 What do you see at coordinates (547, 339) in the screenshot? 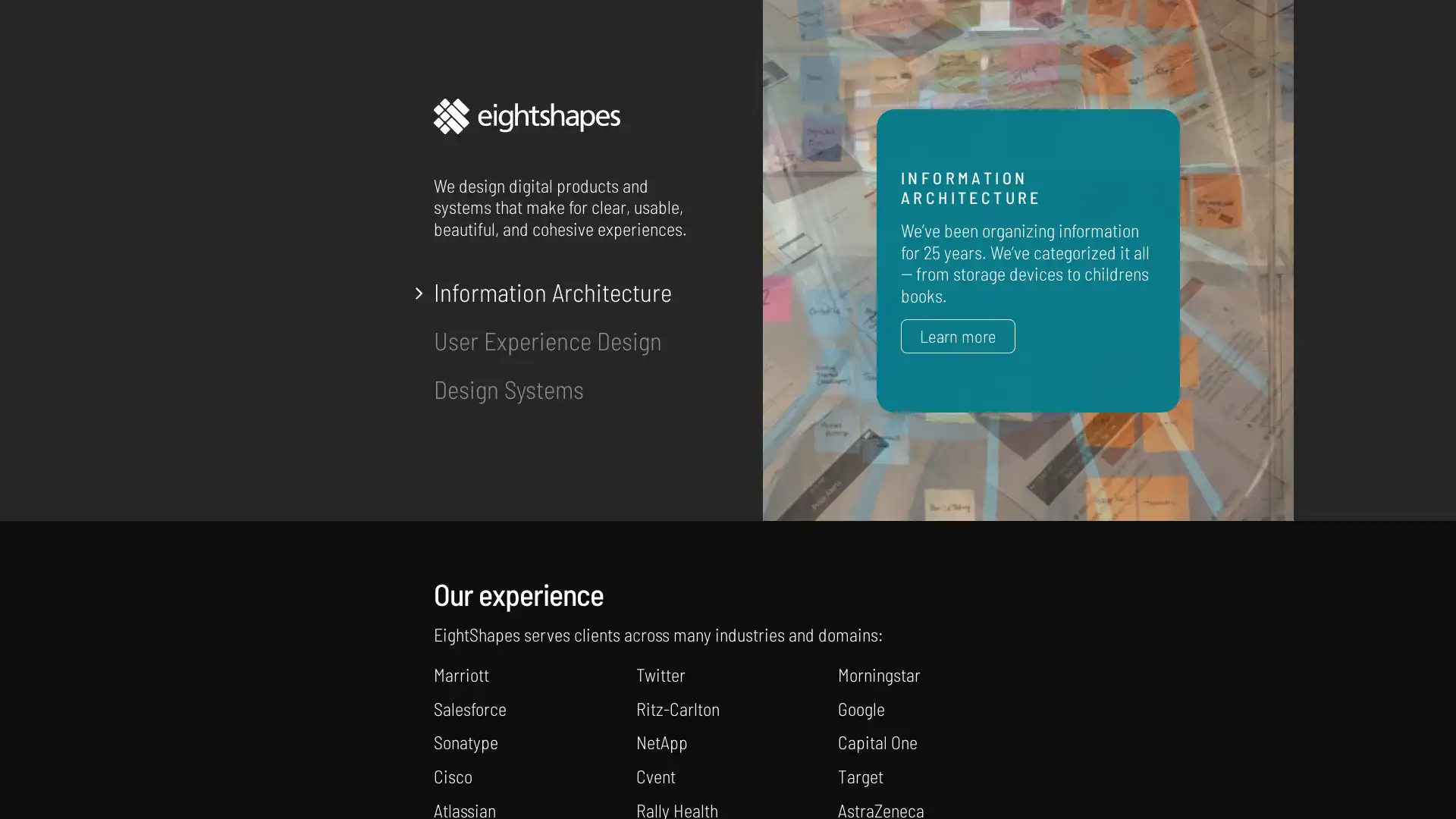
I see `User Experience Design` at bounding box center [547, 339].